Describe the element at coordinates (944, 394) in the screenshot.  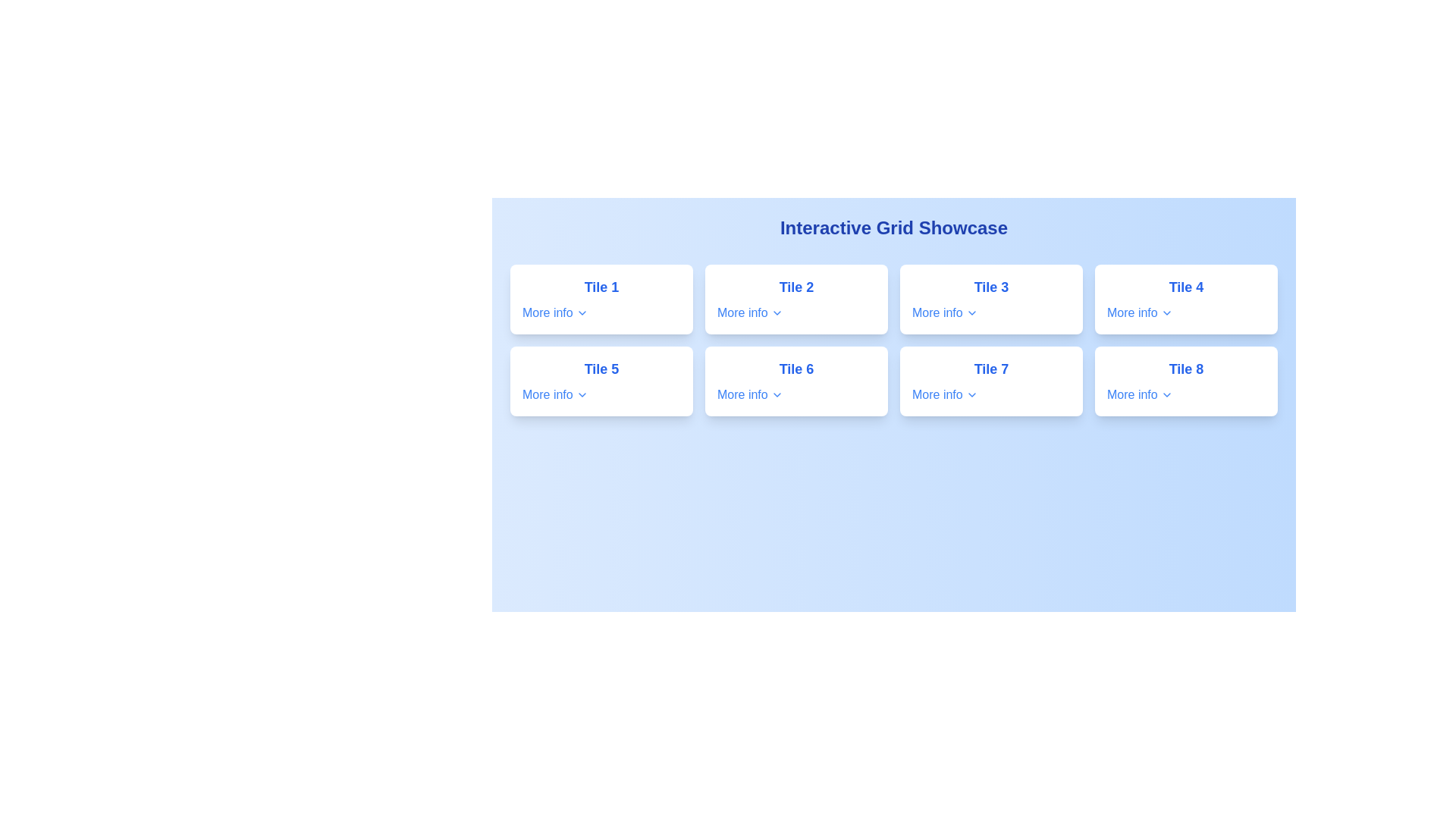
I see `the interactive text link with an icon located at the bottom of 'Tile 7'` at that location.